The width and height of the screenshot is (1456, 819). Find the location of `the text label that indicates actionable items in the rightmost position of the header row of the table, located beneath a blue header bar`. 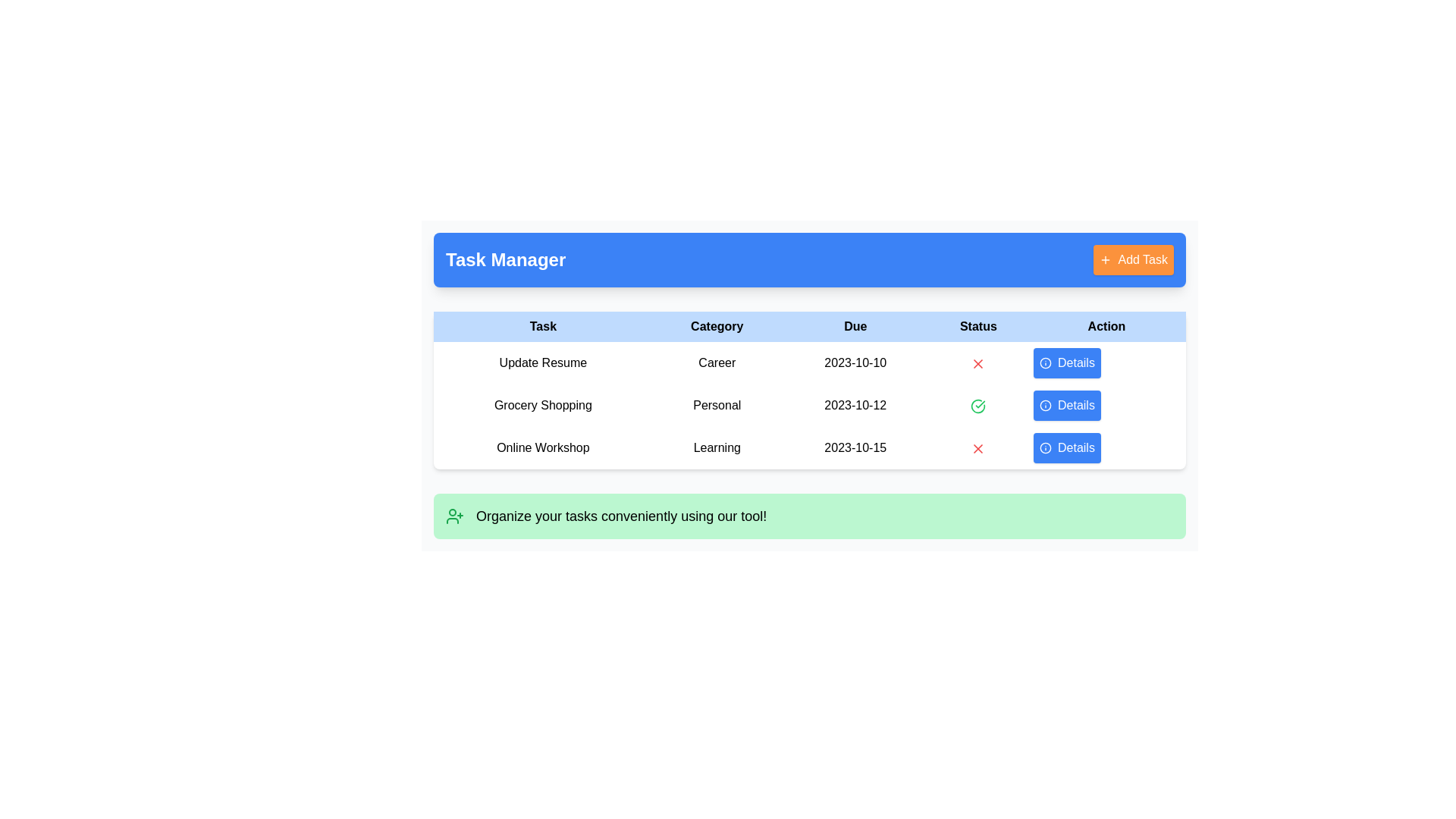

the text label that indicates actionable items in the rightmost position of the header row of the table, located beneath a blue header bar is located at coordinates (1106, 326).